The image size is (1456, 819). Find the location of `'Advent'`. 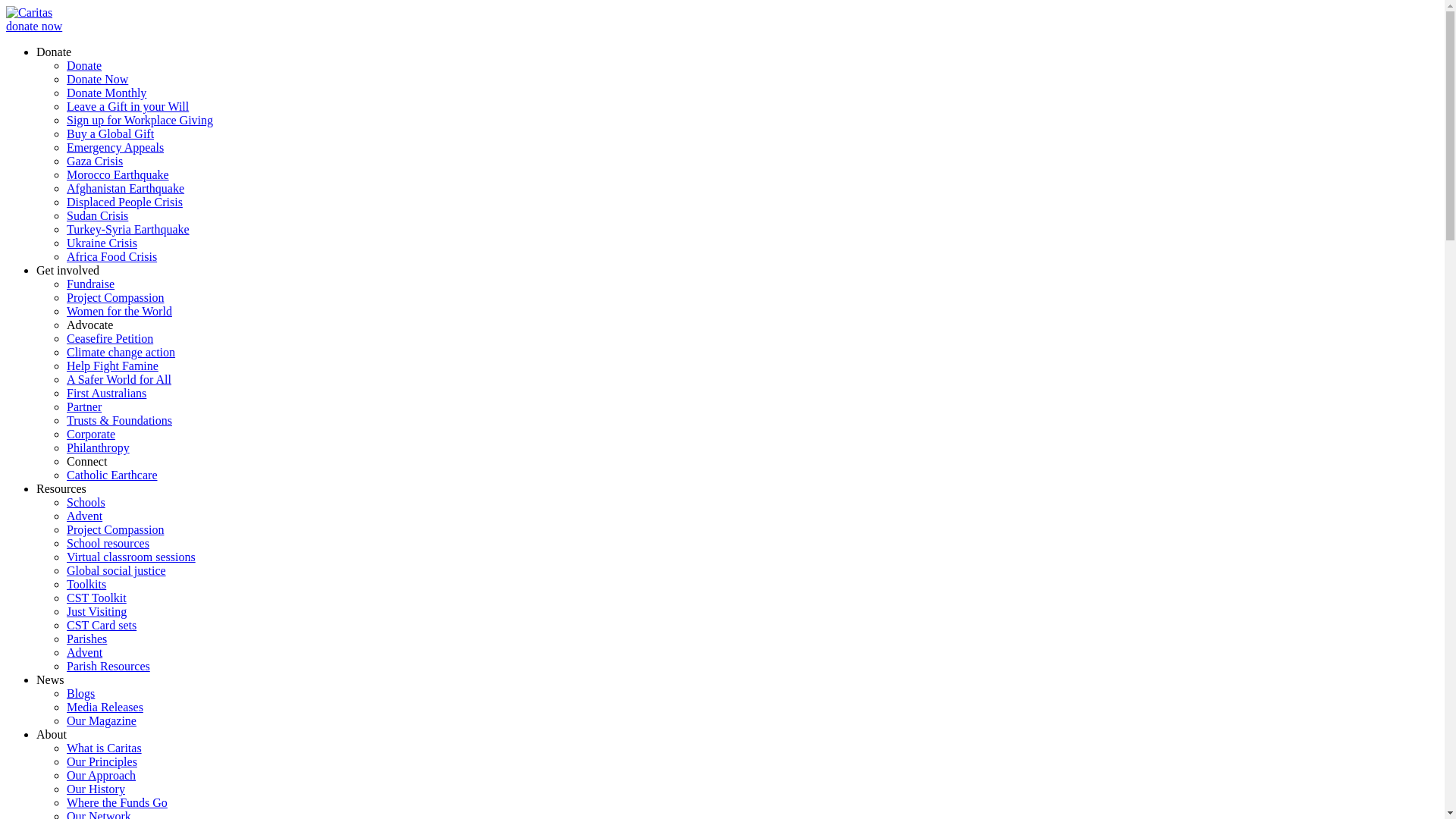

'Advent' is located at coordinates (65, 515).